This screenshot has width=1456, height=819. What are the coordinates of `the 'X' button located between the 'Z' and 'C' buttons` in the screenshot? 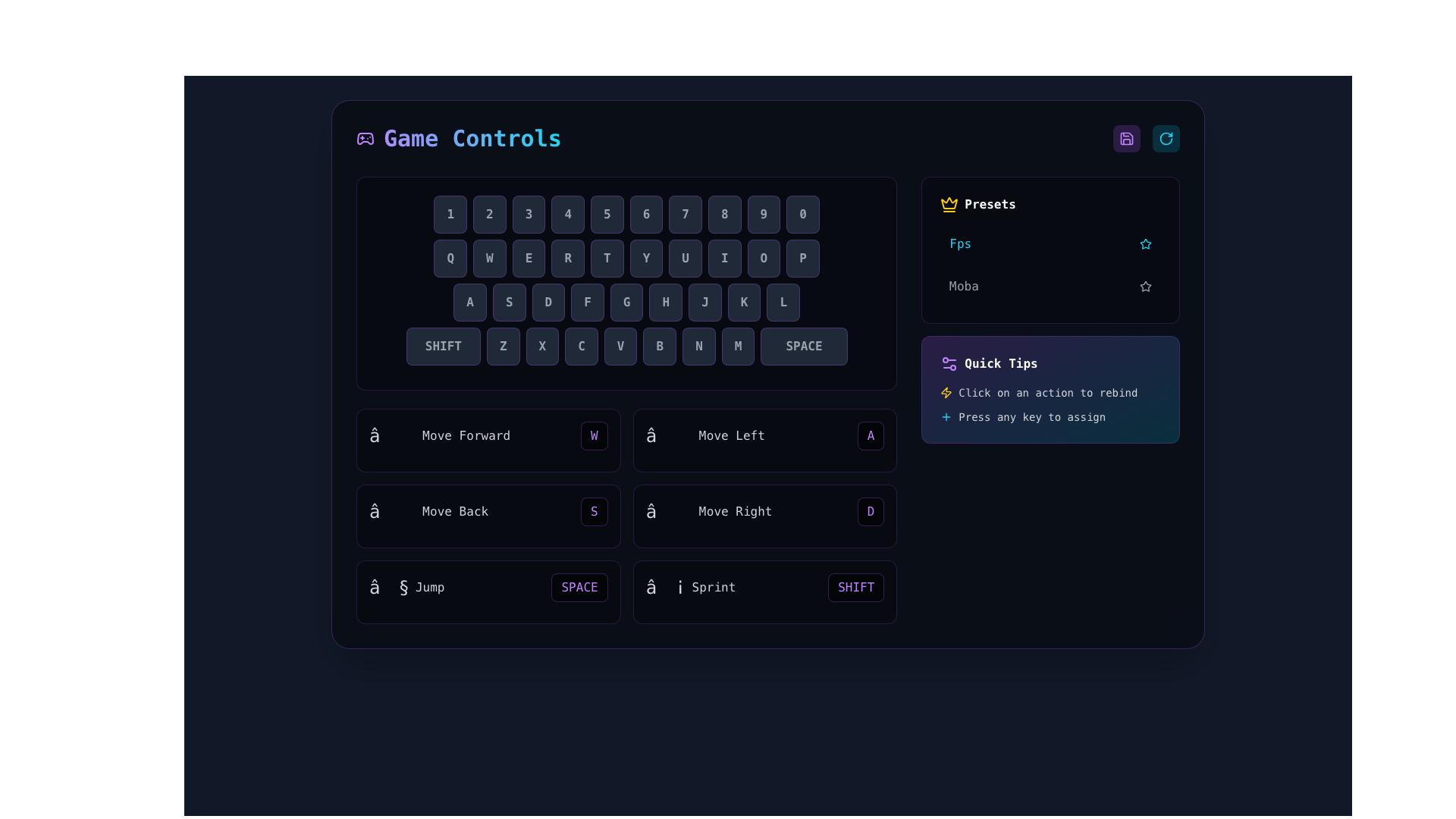 It's located at (542, 346).